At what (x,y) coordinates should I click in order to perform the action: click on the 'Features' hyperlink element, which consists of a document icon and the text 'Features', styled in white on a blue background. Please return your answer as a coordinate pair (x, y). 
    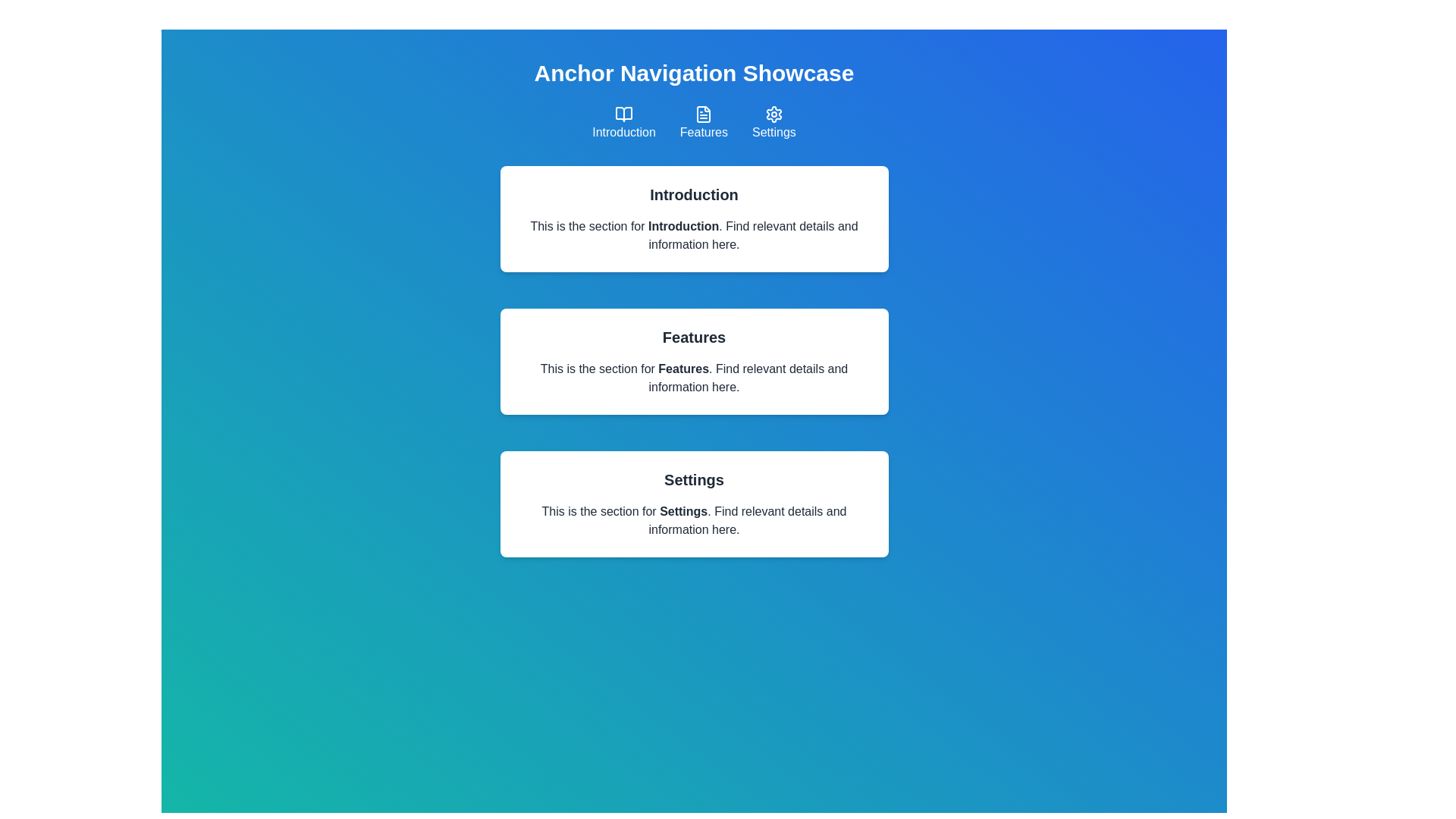
    Looking at the image, I should click on (703, 122).